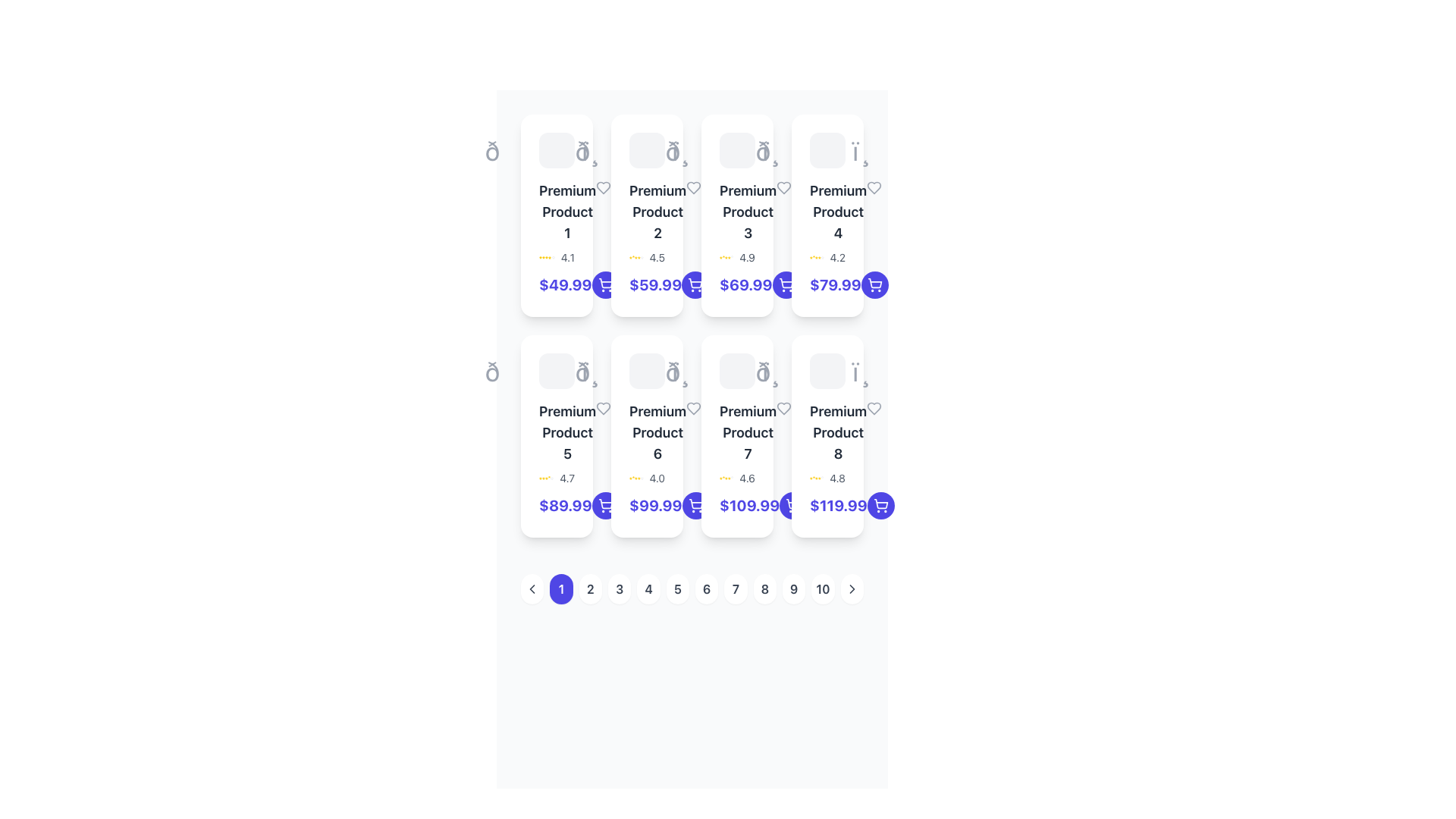  What do you see at coordinates (556, 436) in the screenshot?
I see `the Product card, which is the fifth item in a grid layout displaying product information` at bounding box center [556, 436].